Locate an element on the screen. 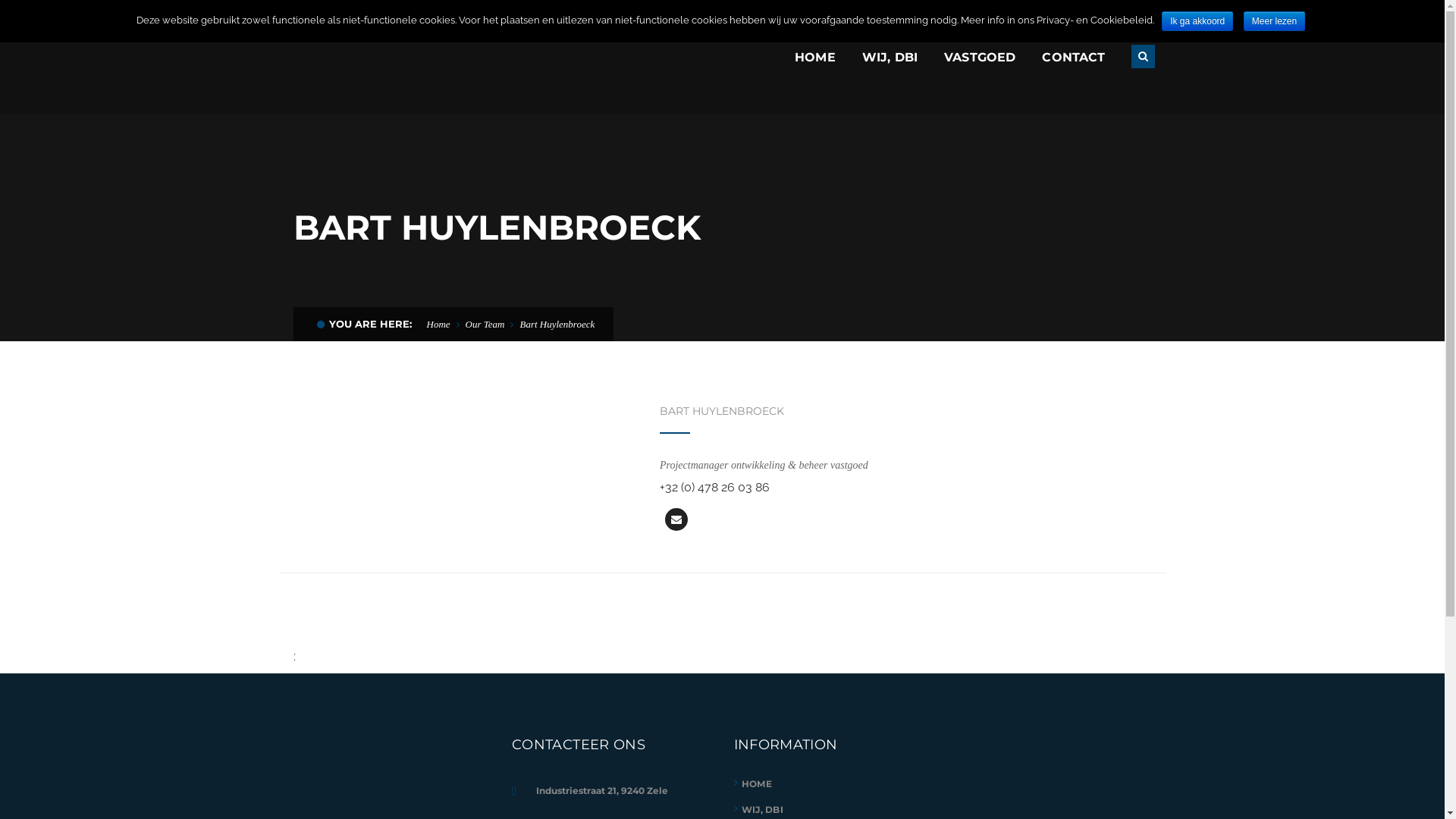 The width and height of the screenshot is (1456, 819). 'Email' is located at coordinates (665, 519).